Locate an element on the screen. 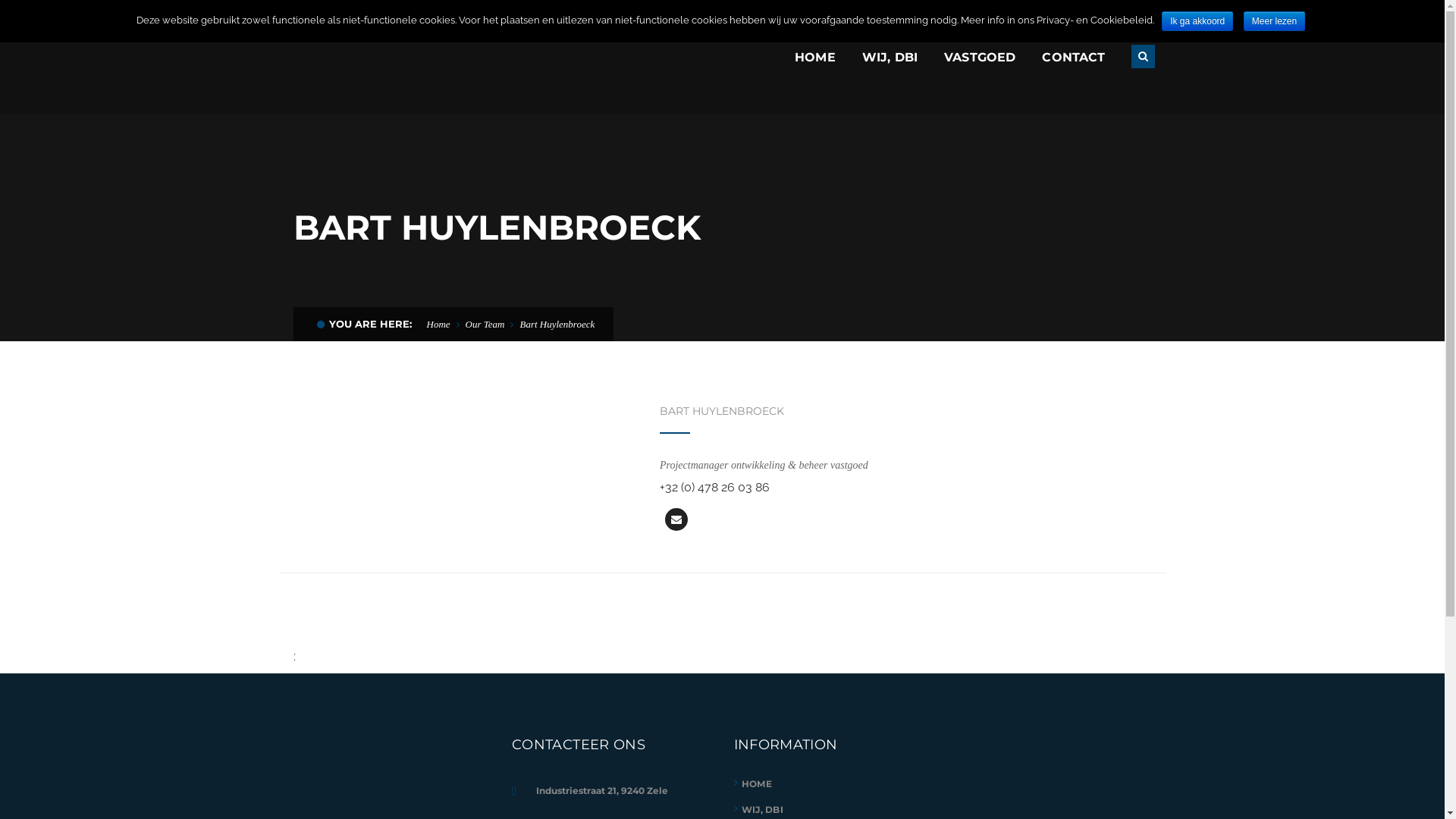 The width and height of the screenshot is (1456, 819). 'Email' is located at coordinates (665, 519).